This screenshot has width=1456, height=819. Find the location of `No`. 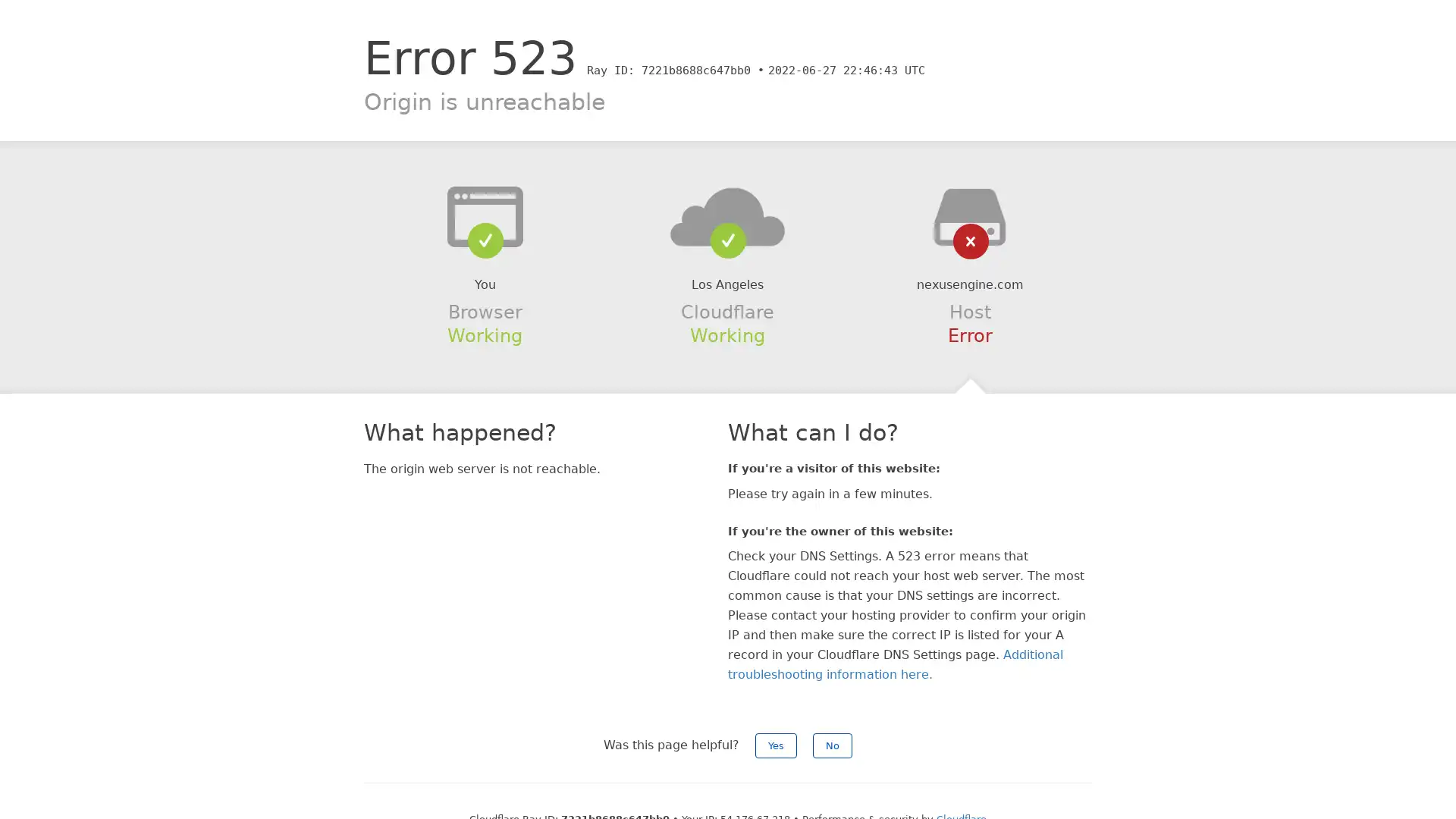

No is located at coordinates (832, 745).